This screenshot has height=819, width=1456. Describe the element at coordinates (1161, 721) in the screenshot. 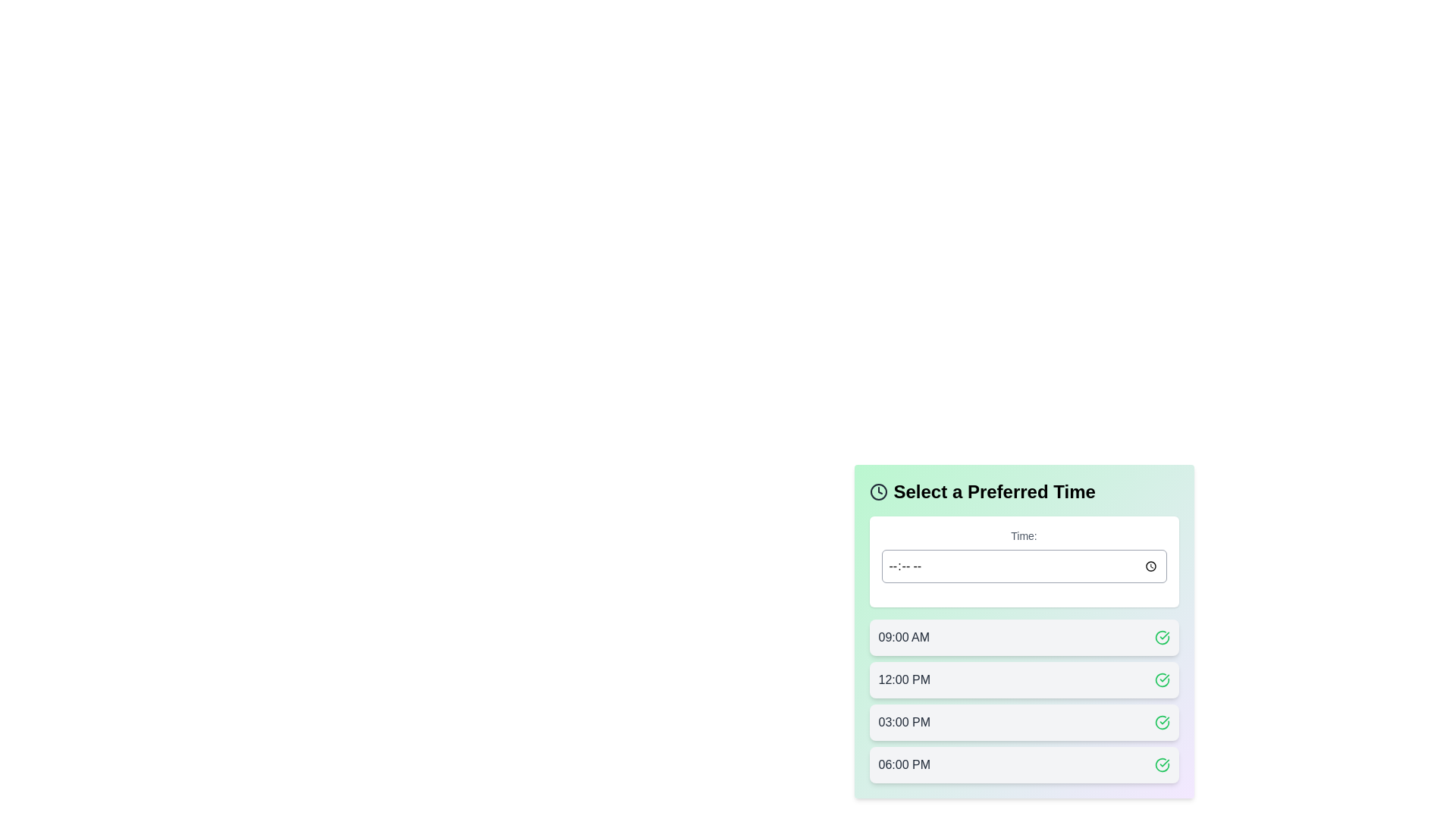

I see `the status of the icon indicating that the '03:00 PM' option is selected, located to the far-right side of the row containing '03:00 PM'` at that location.